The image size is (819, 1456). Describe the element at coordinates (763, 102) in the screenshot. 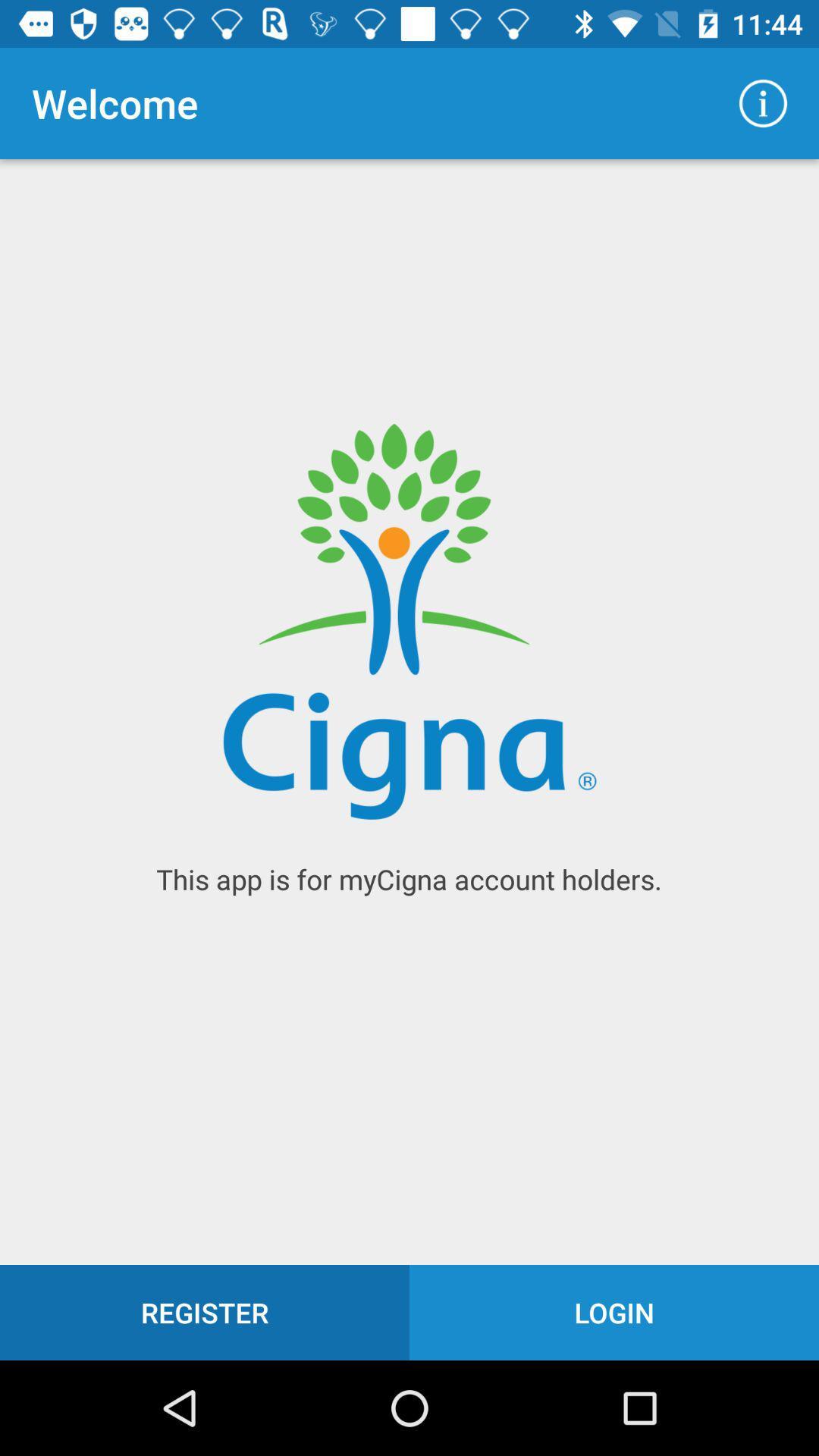

I see `the icon above the login item` at that location.